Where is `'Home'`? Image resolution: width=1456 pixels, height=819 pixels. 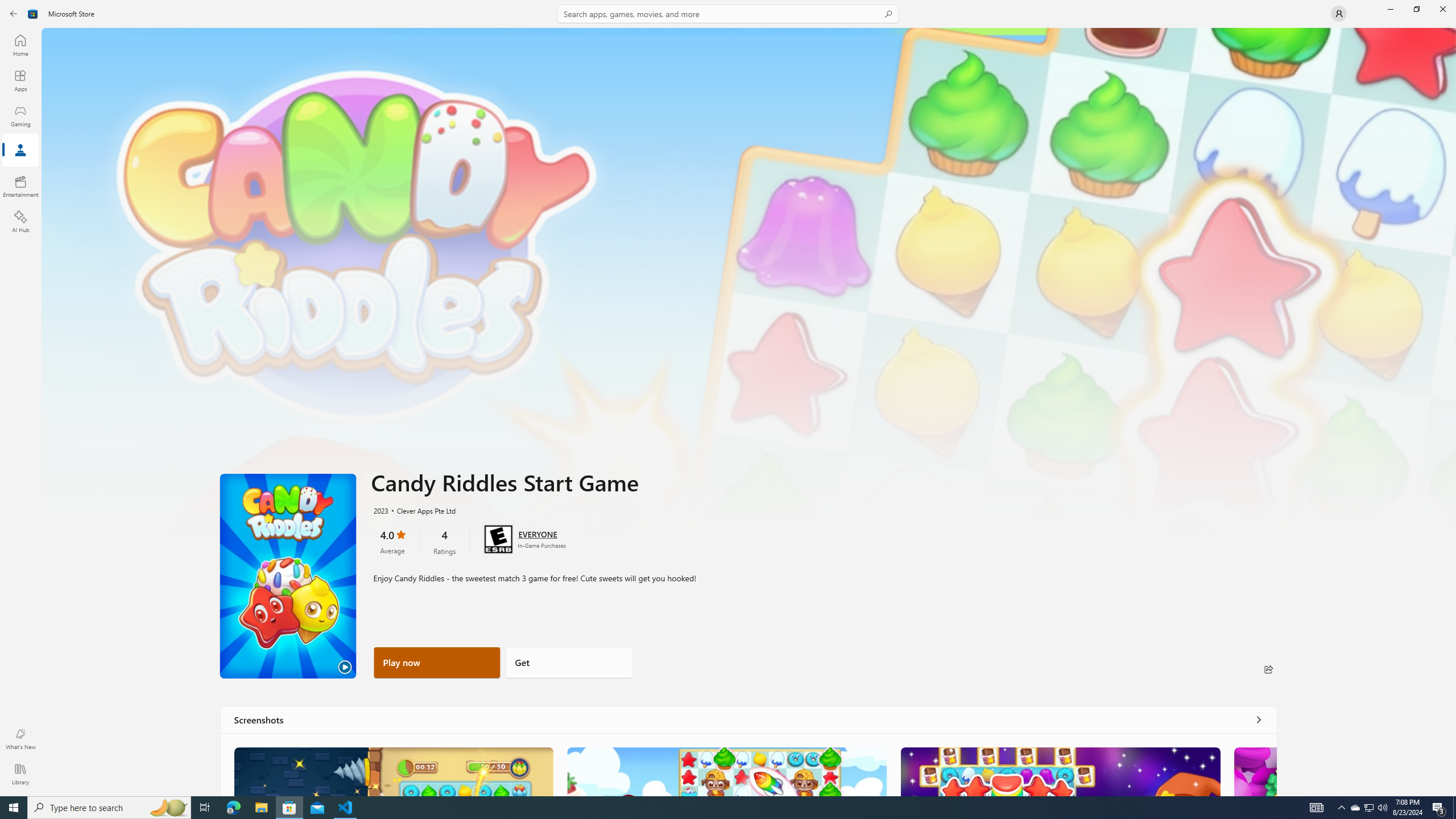 'Home' is located at coordinates (19, 44).